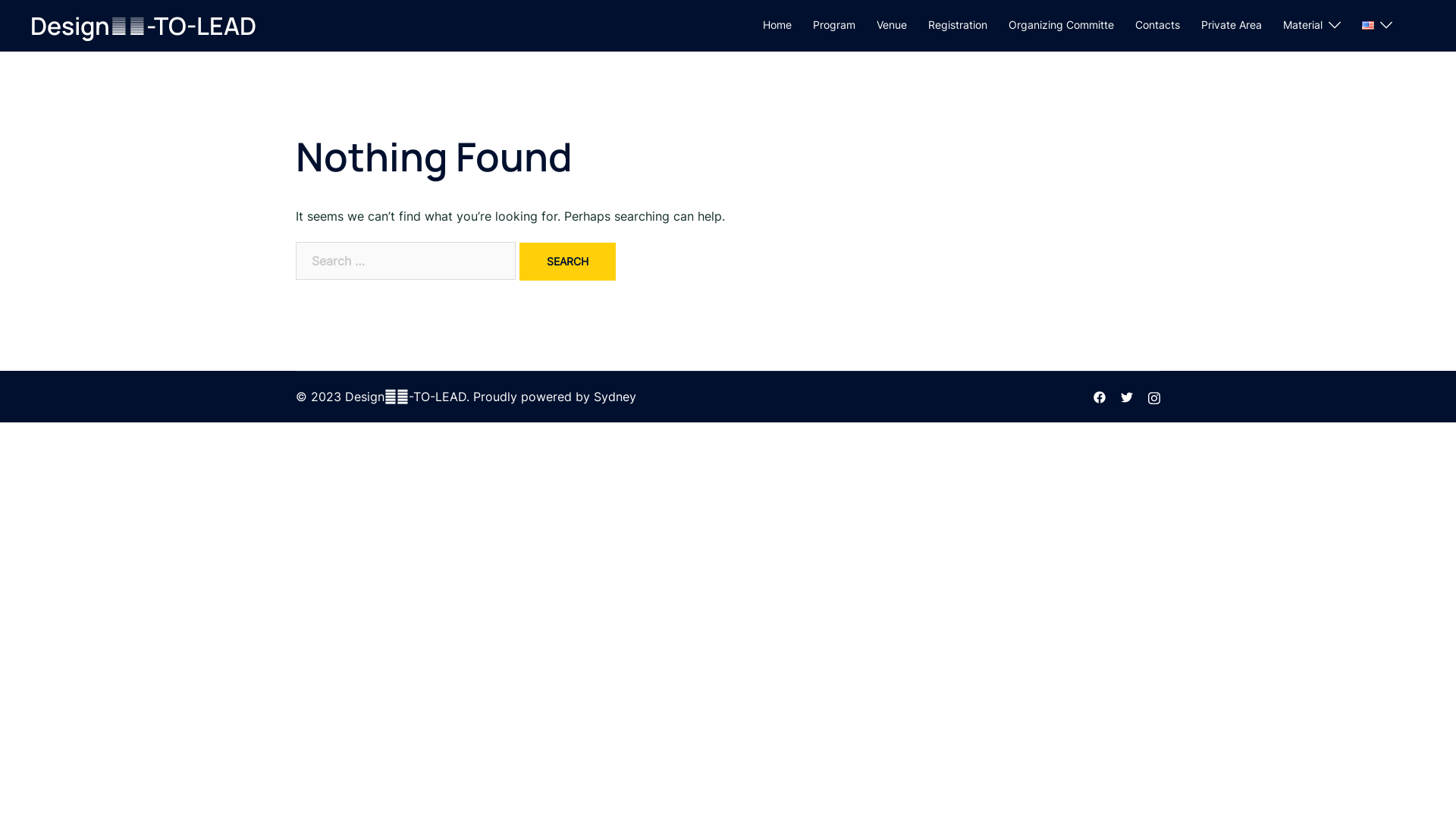  What do you see at coordinates (1060, 25) in the screenshot?
I see `'Organizing Committe'` at bounding box center [1060, 25].